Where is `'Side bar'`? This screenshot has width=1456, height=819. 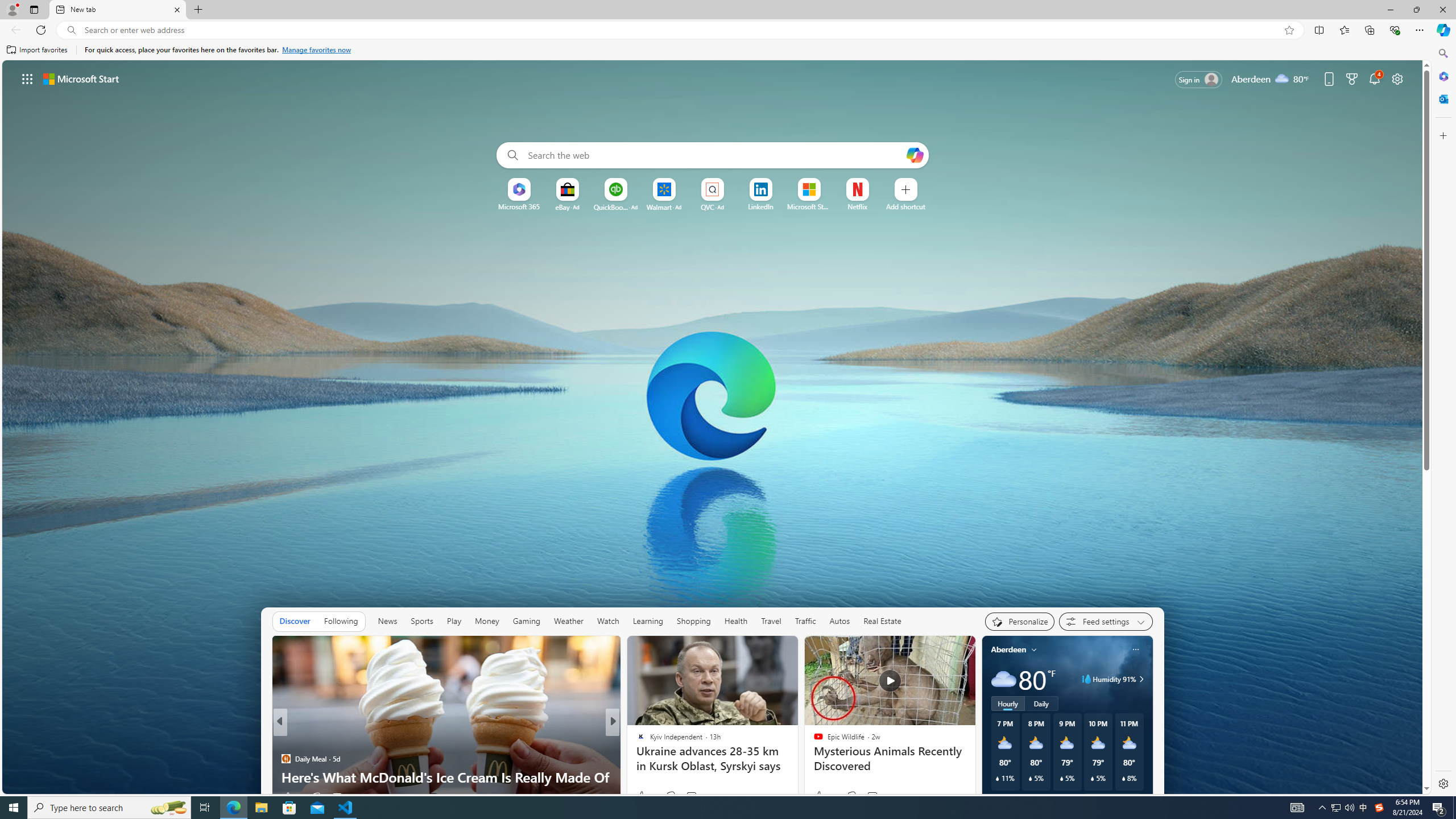
'Side bar' is located at coordinates (1443, 418).